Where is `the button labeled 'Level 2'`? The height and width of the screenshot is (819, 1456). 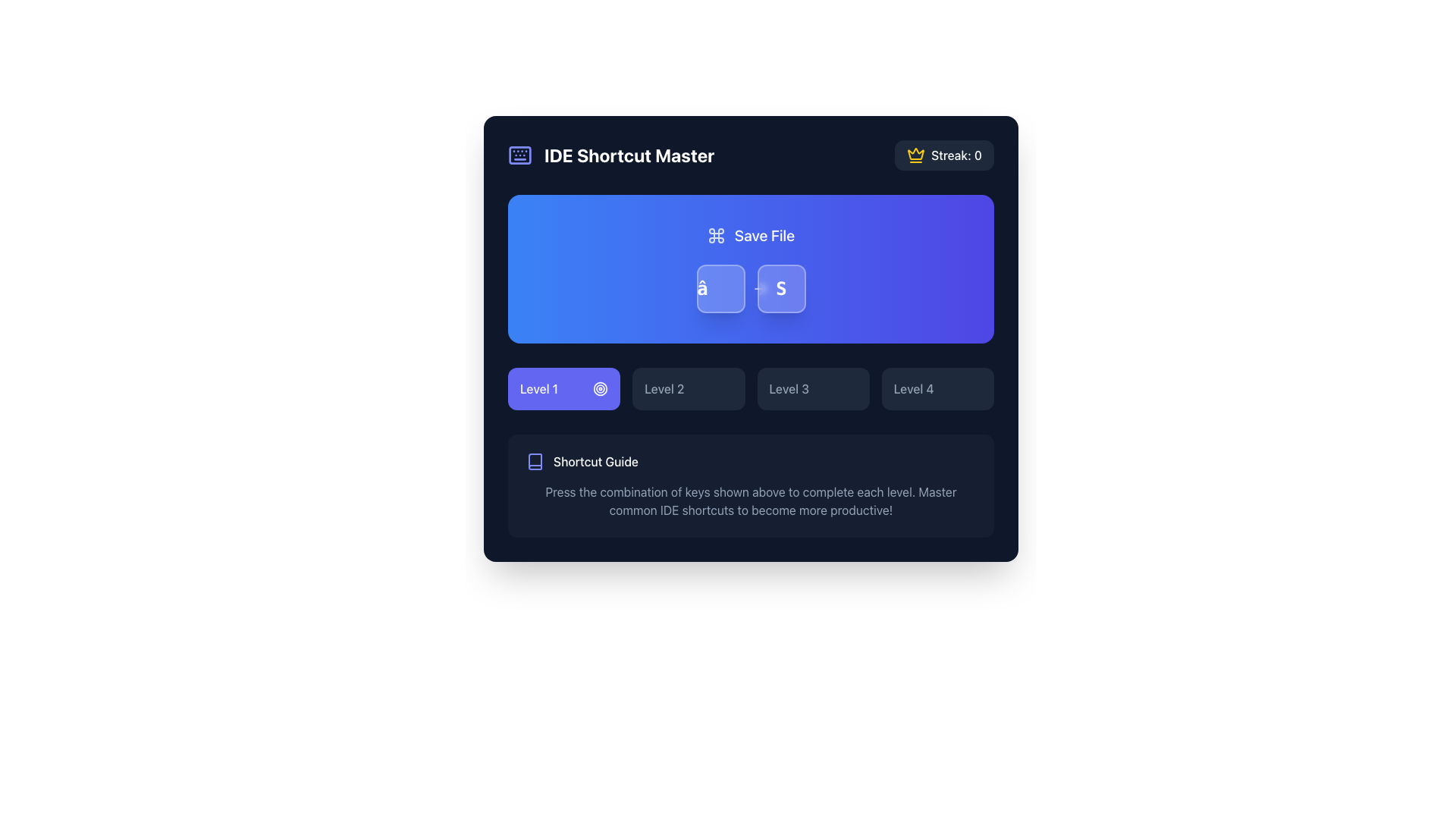
the button labeled 'Level 2' is located at coordinates (688, 388).